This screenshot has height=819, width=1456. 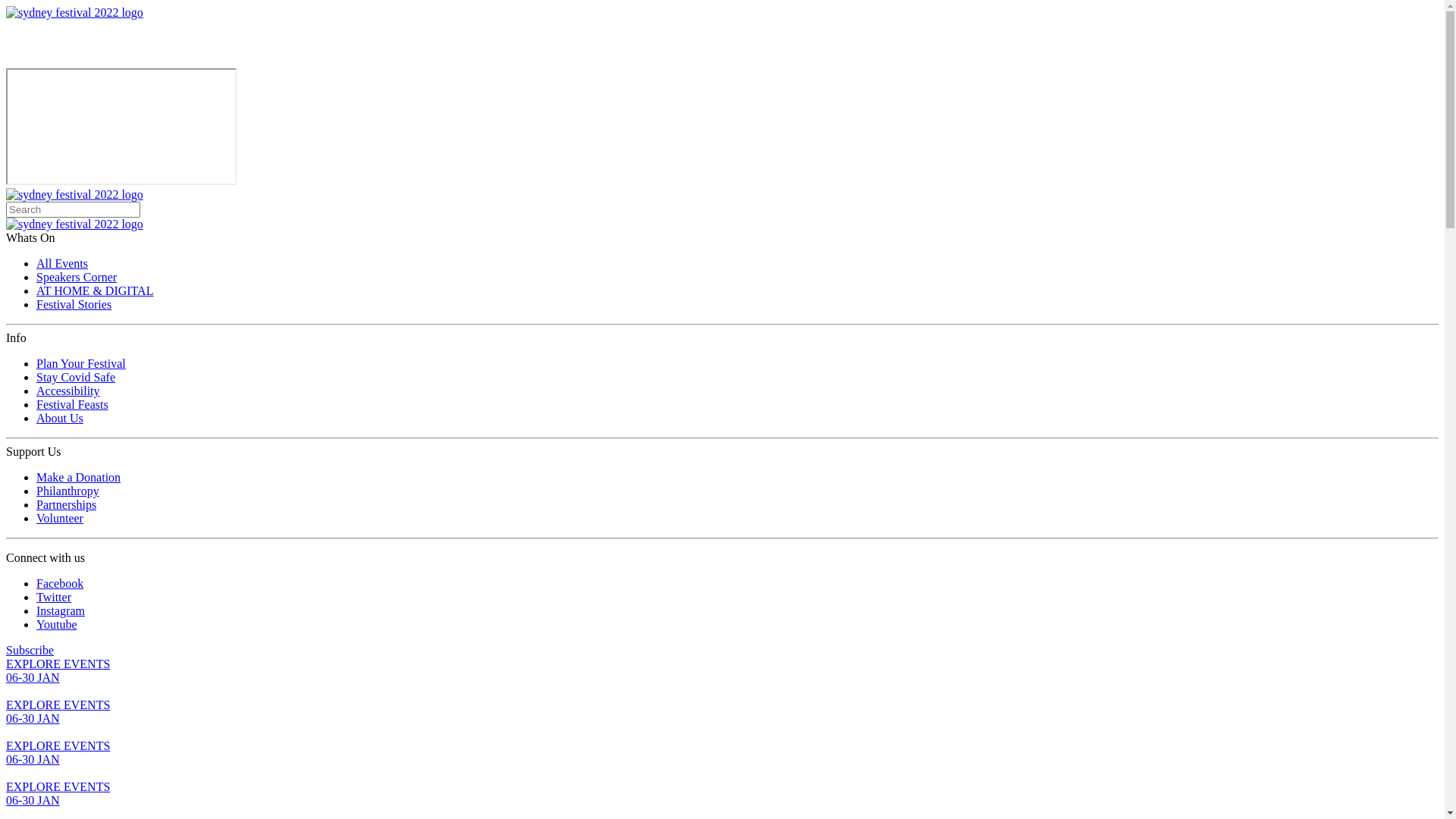 What do you see at coordinates (67, 491) in the screenshot?
I see `'Philanthropy'` at bounding box center [67, 491].